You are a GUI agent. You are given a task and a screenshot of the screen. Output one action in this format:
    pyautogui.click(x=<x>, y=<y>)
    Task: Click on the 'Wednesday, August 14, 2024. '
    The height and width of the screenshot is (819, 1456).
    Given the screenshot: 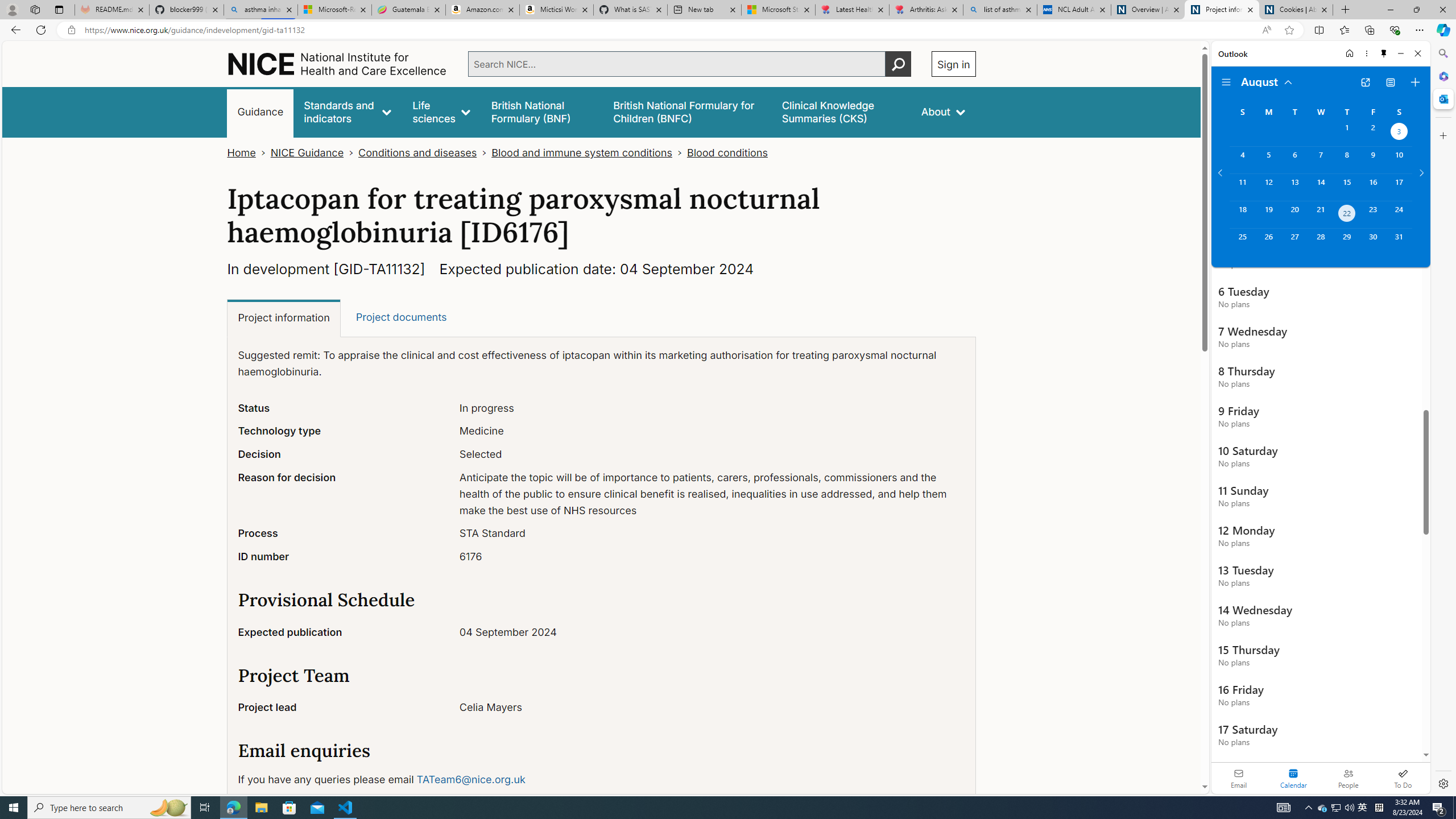 What is the action you would take?
    pyautogui.click(x=1319, y=187)
    